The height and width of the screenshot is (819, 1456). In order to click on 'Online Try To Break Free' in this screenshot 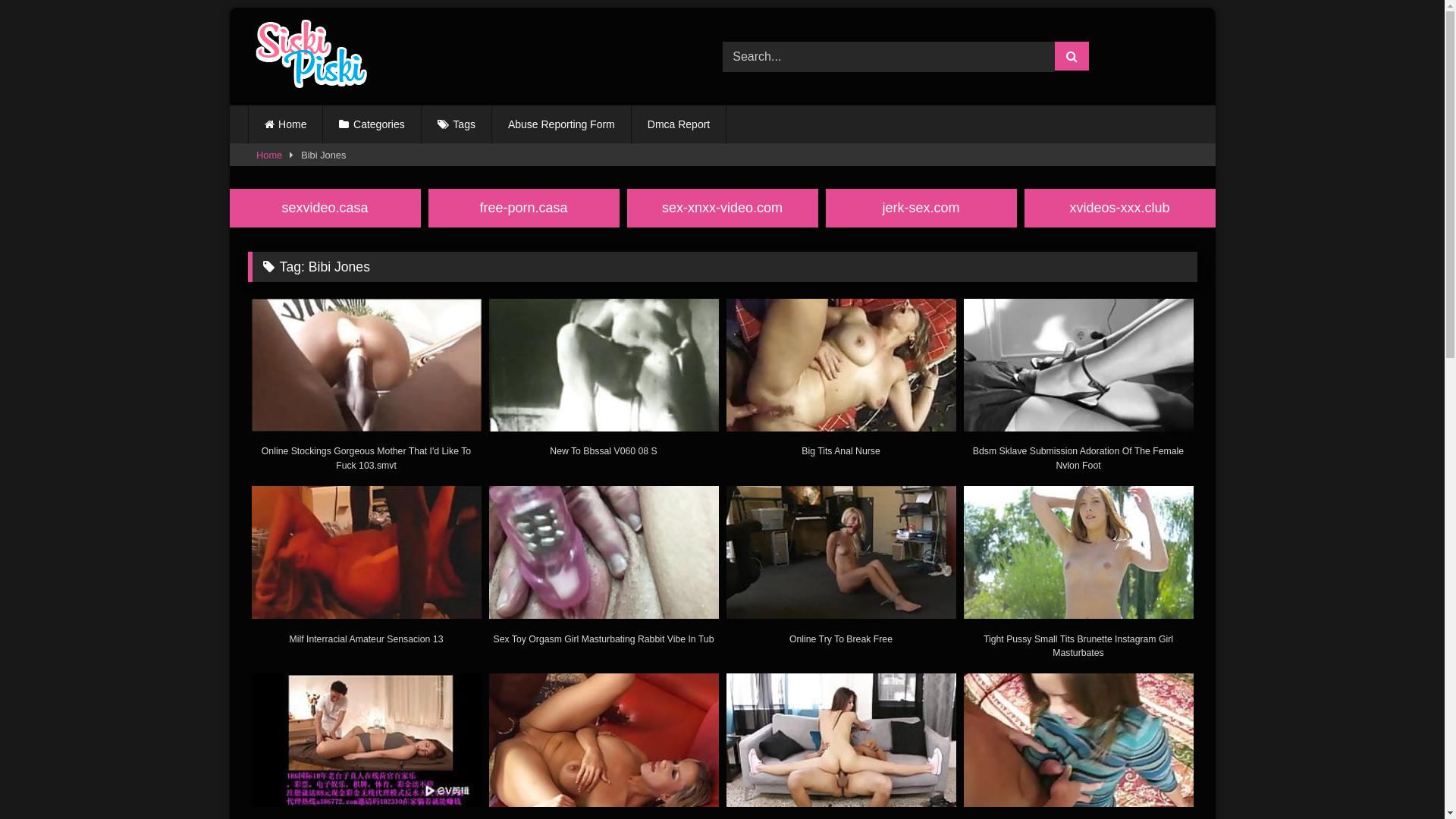, I will do `click(840, 571)`.